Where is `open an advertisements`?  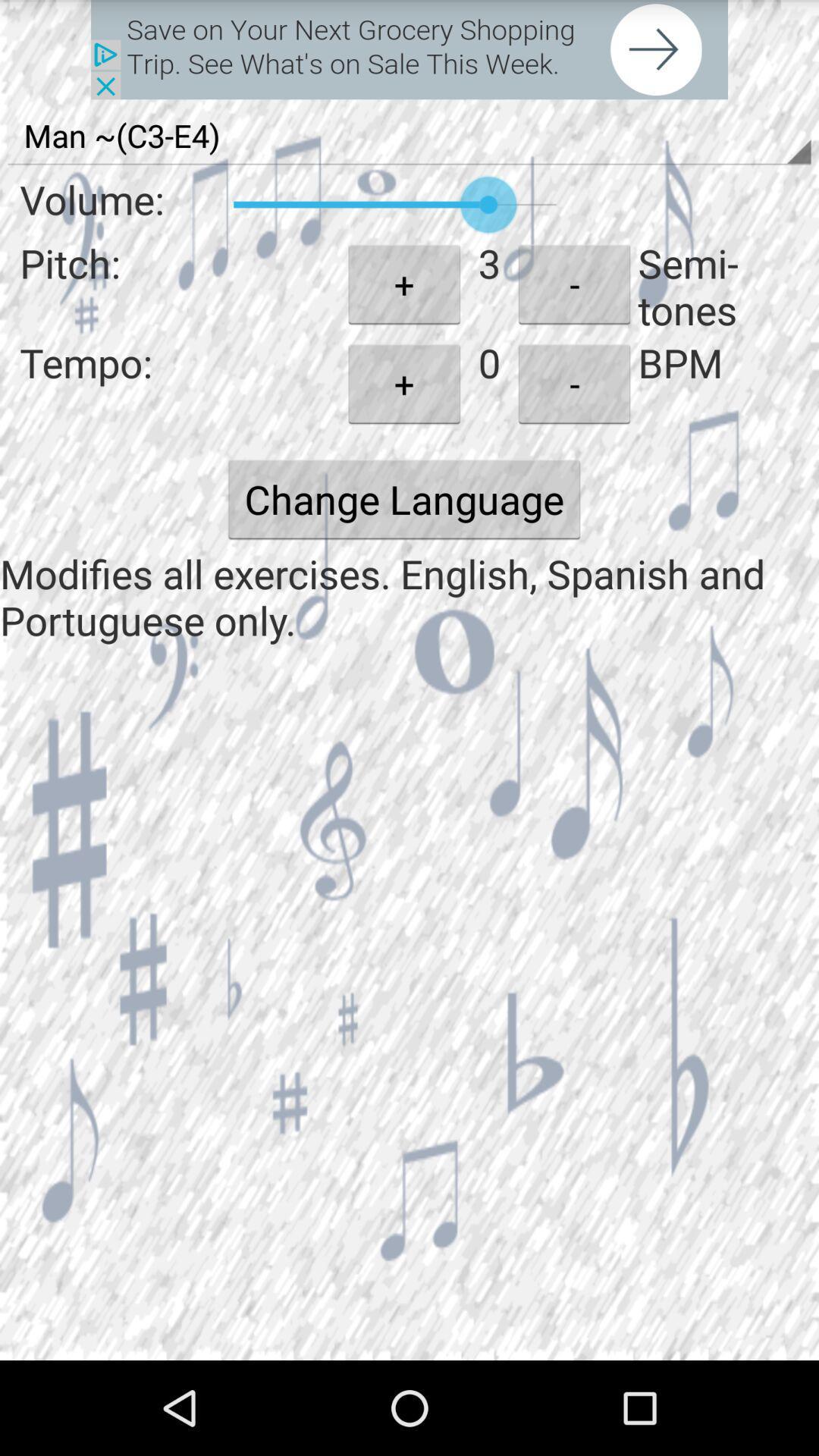
open an advertisements is located at coordinates (409, 49).